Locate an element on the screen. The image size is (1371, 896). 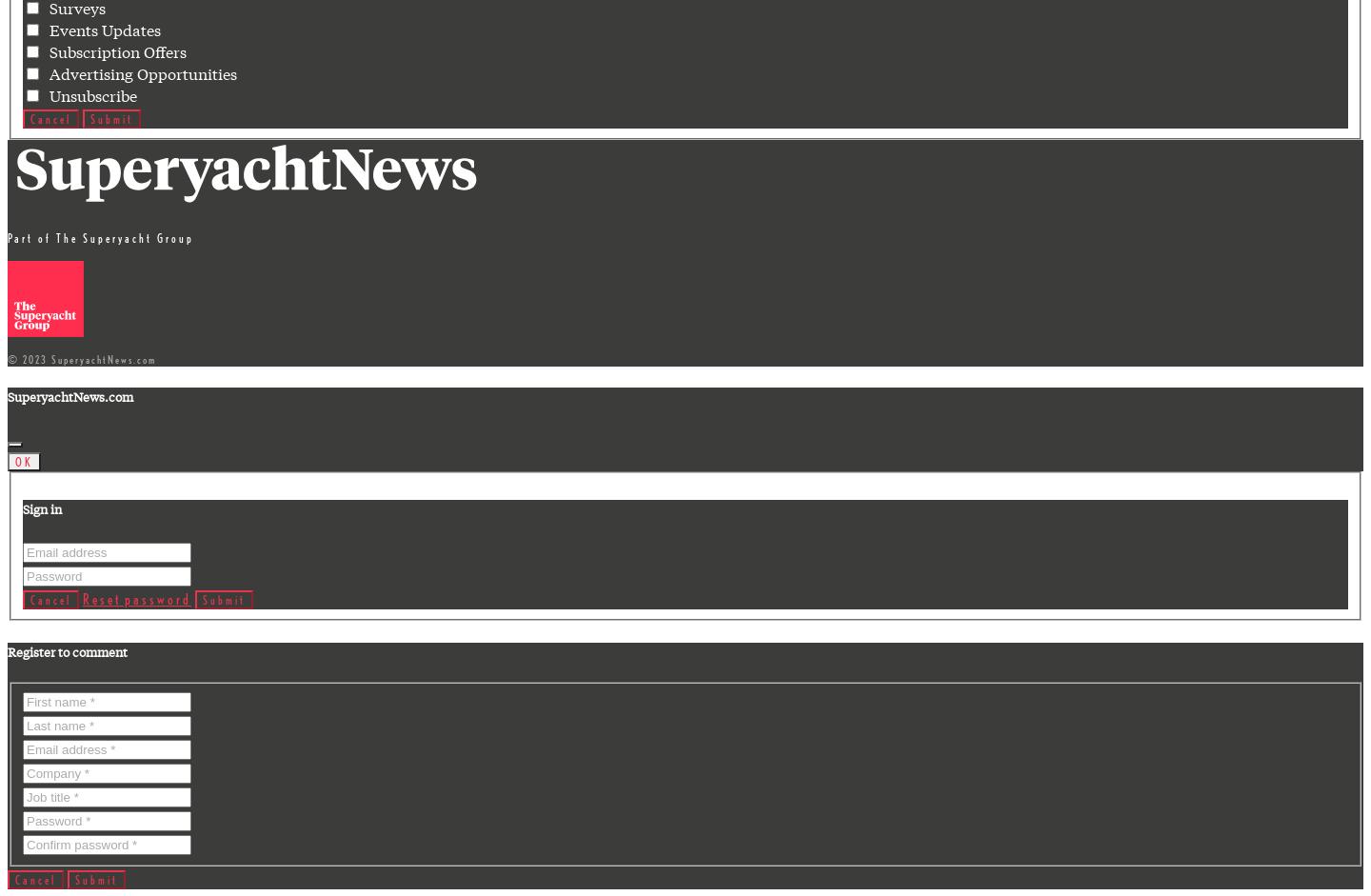
'Subscription Offers' is located at coordinates (113, 50).